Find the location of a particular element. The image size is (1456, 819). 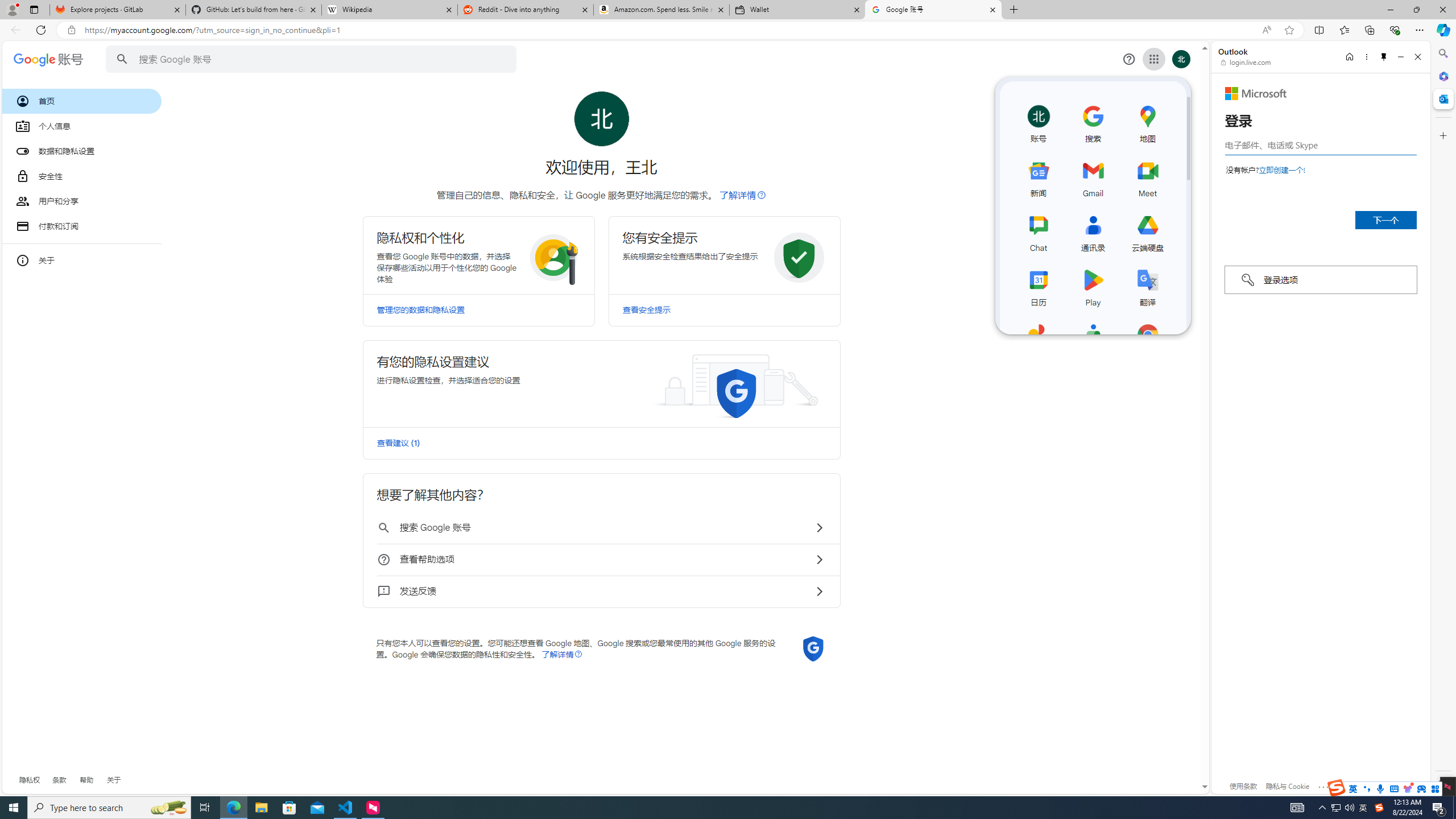

'Class: gb_E' is located at coordinates (1153, 59).